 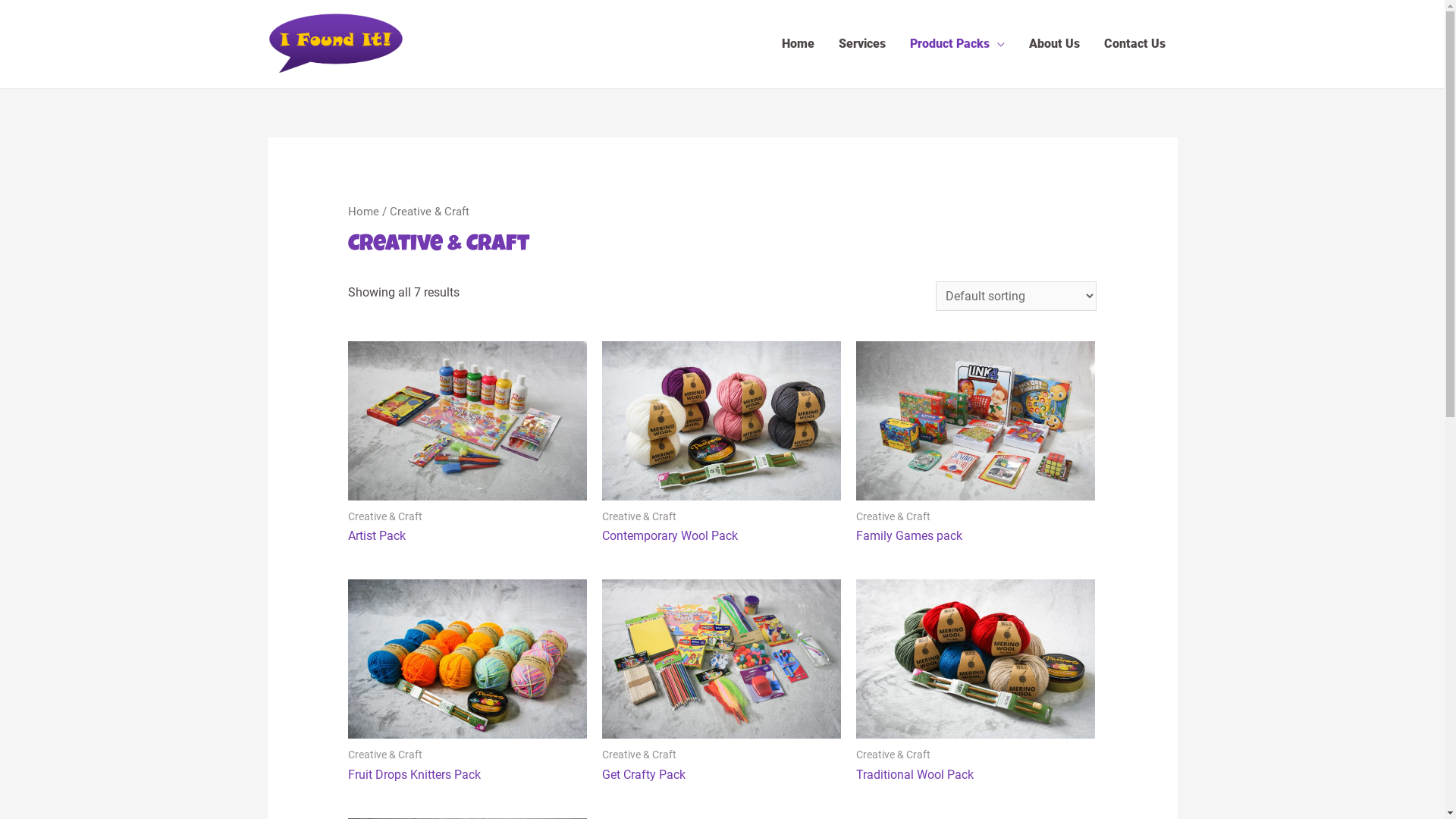 What do you see at coordinates (796, 42) in the screenshot?
I see `'Home'` at bounding box center [796, 42].